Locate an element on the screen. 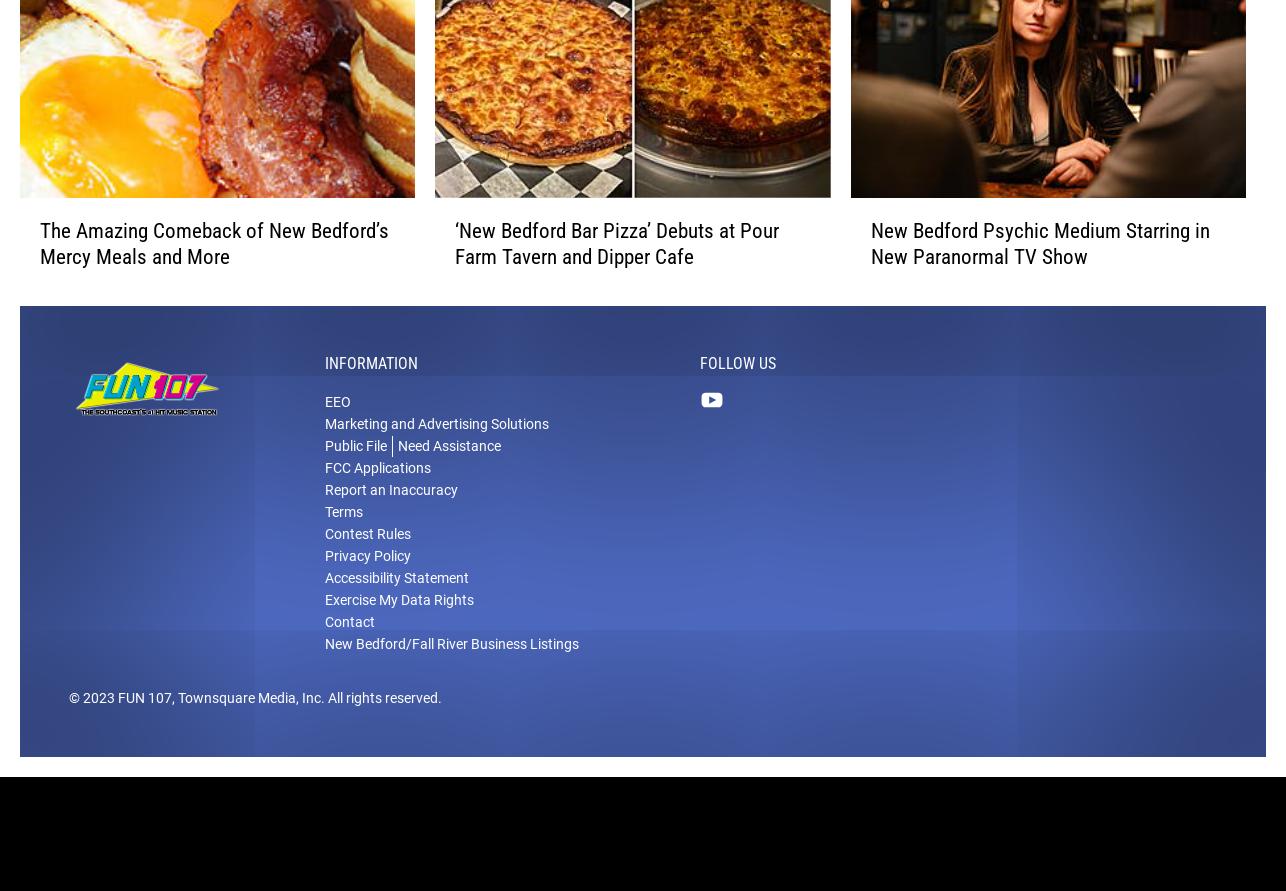  'EEO' is located at coordinates (323, 428).